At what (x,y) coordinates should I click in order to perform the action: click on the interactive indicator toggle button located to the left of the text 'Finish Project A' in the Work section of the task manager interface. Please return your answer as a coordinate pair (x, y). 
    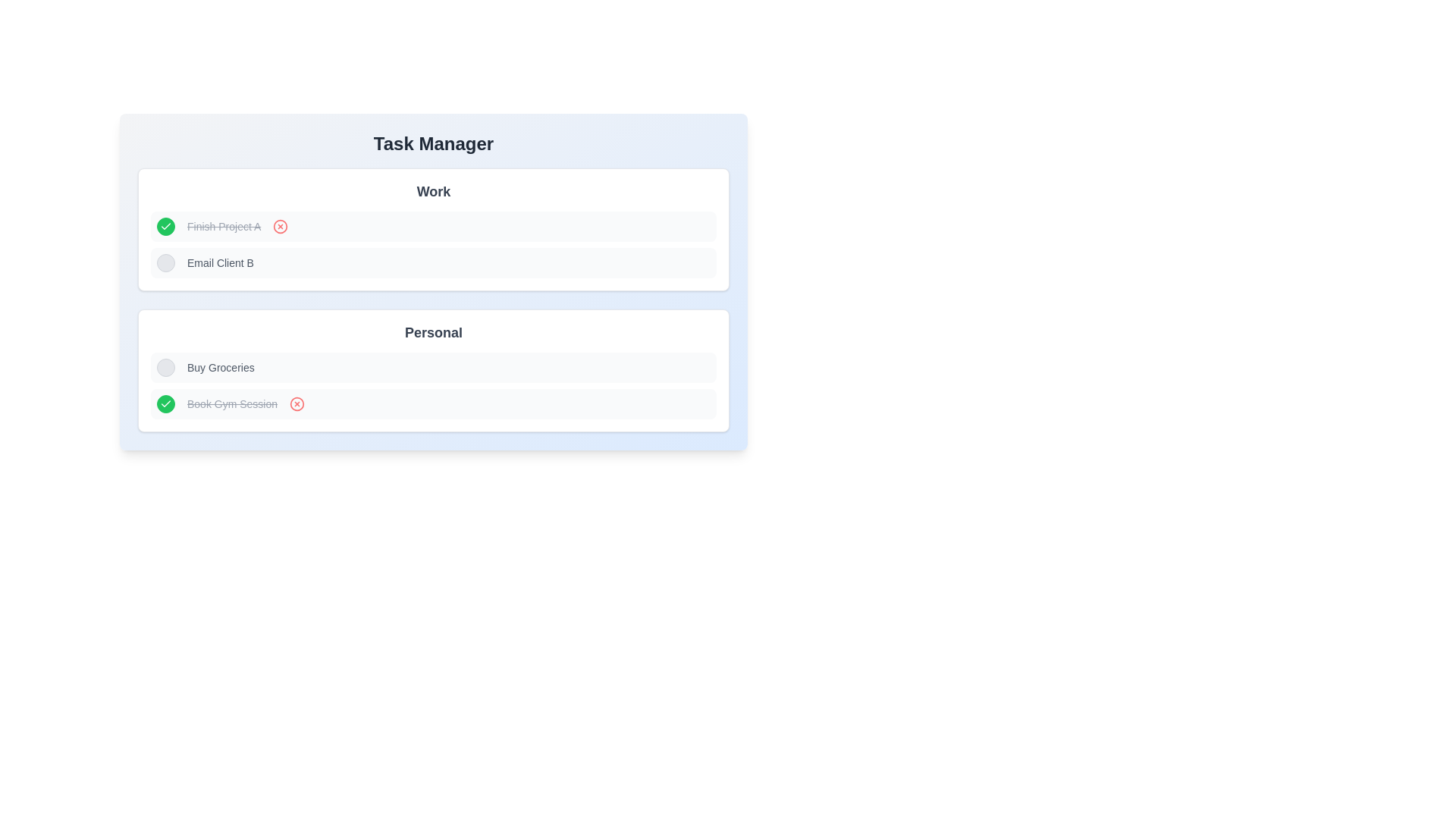
    Looking at the image, I should click on (166, 227).